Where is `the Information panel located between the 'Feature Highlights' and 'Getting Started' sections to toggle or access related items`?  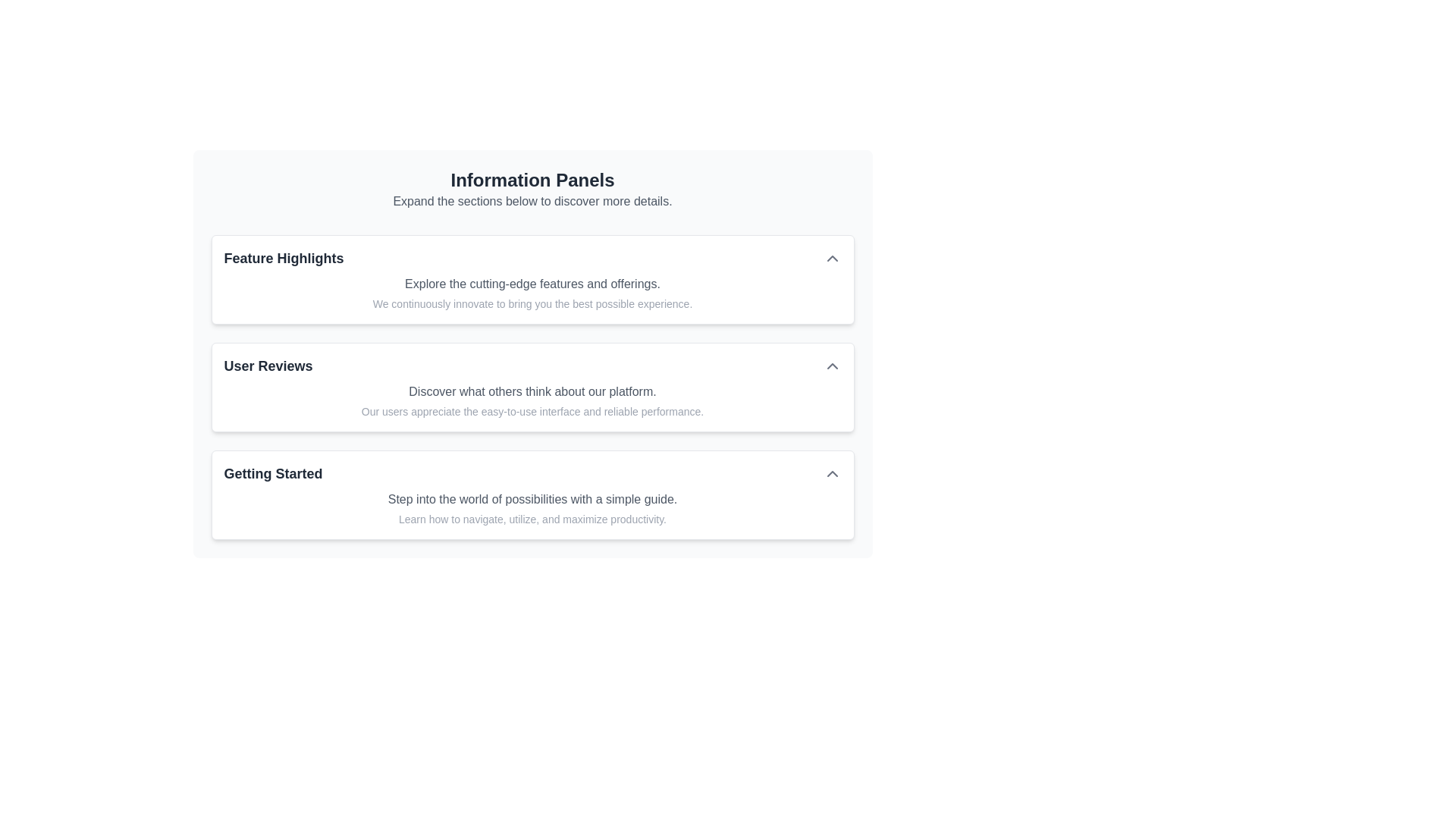
the Information panel located between the 'Feature Highlights' and 'Getting Started' sections to toggle or access related items is located at coordinates (532, 386).